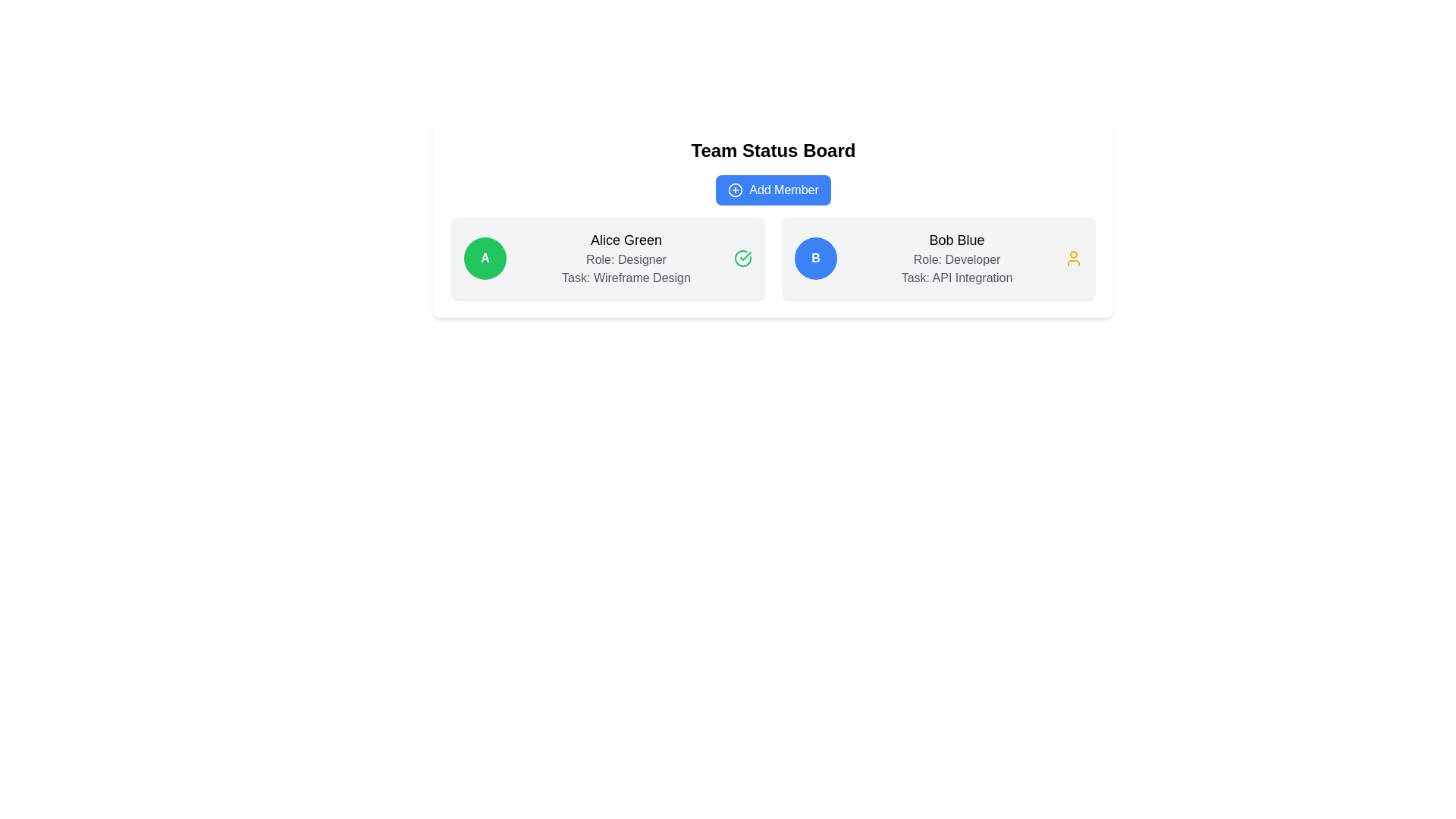  Describe the element at coordinates (735, 189) in the screenshot. I see `the circular icon with a plus sign at its center, located in the blue button labeled 'Add Member'` at that location.